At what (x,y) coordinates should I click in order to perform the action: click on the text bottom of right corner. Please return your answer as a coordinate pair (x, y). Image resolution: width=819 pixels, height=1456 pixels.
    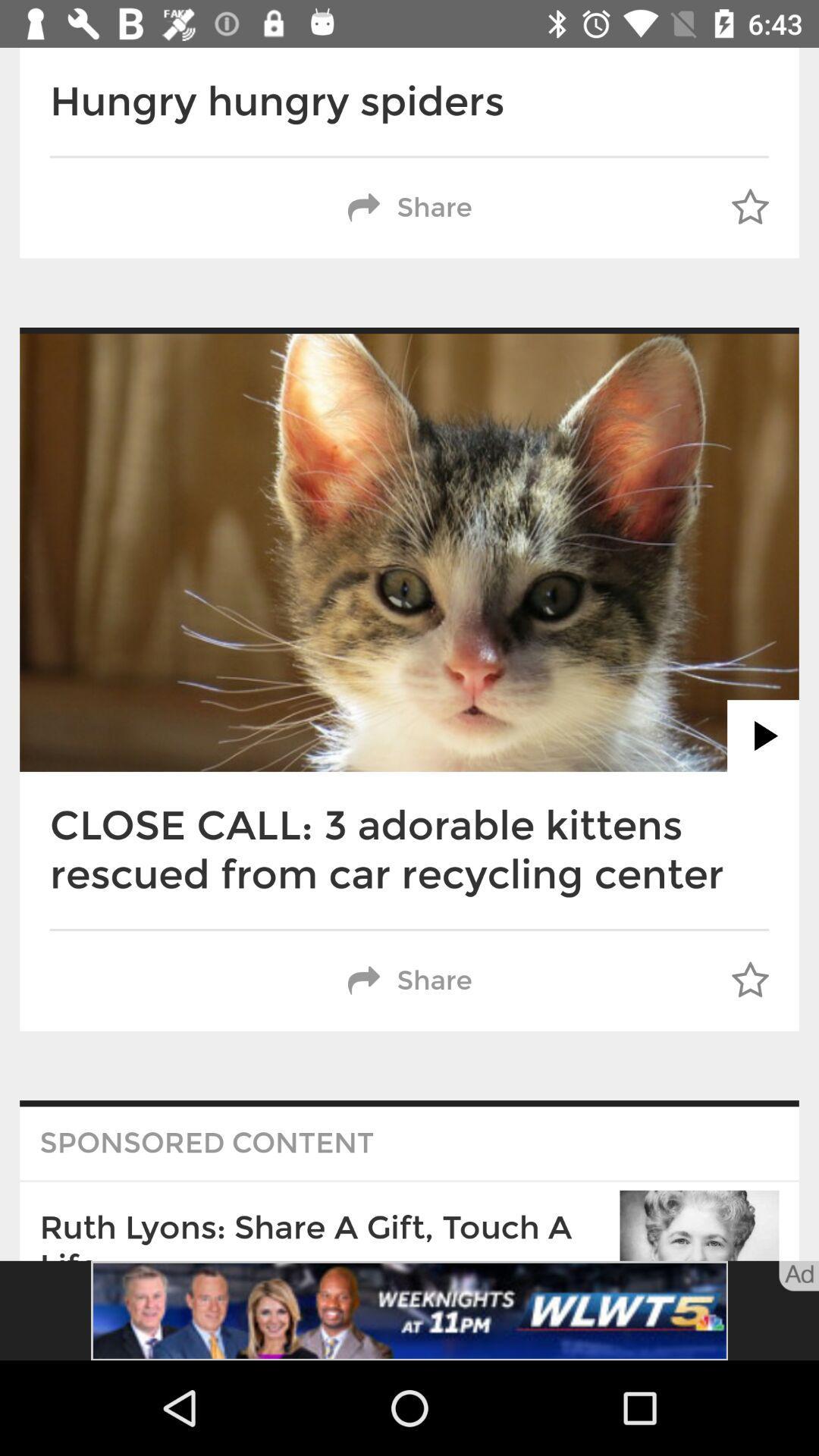
    Looking at the image, I should click on (798, 1276).